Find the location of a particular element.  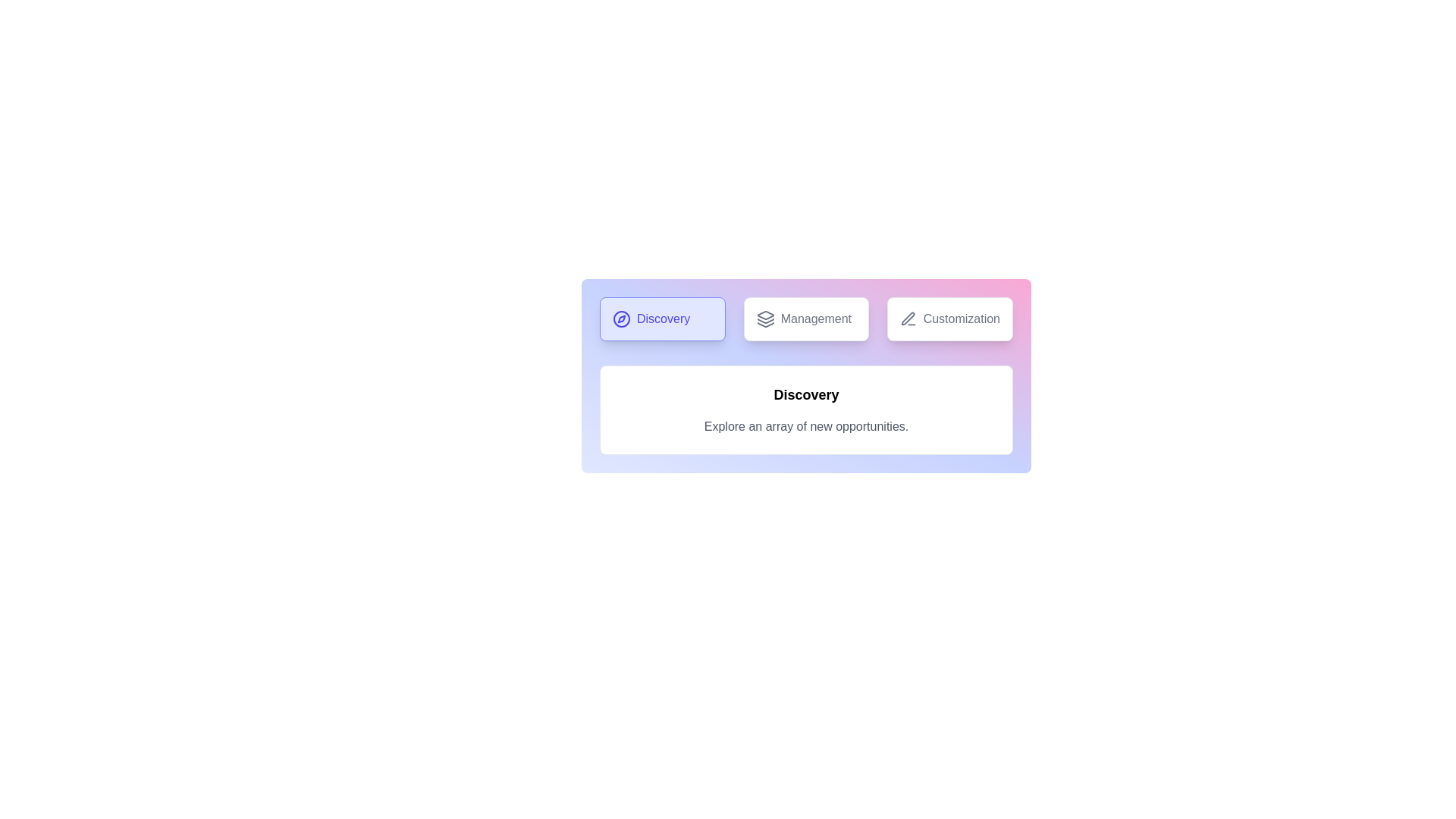

the tab labeled Customization is located at coordinates (949, 318).